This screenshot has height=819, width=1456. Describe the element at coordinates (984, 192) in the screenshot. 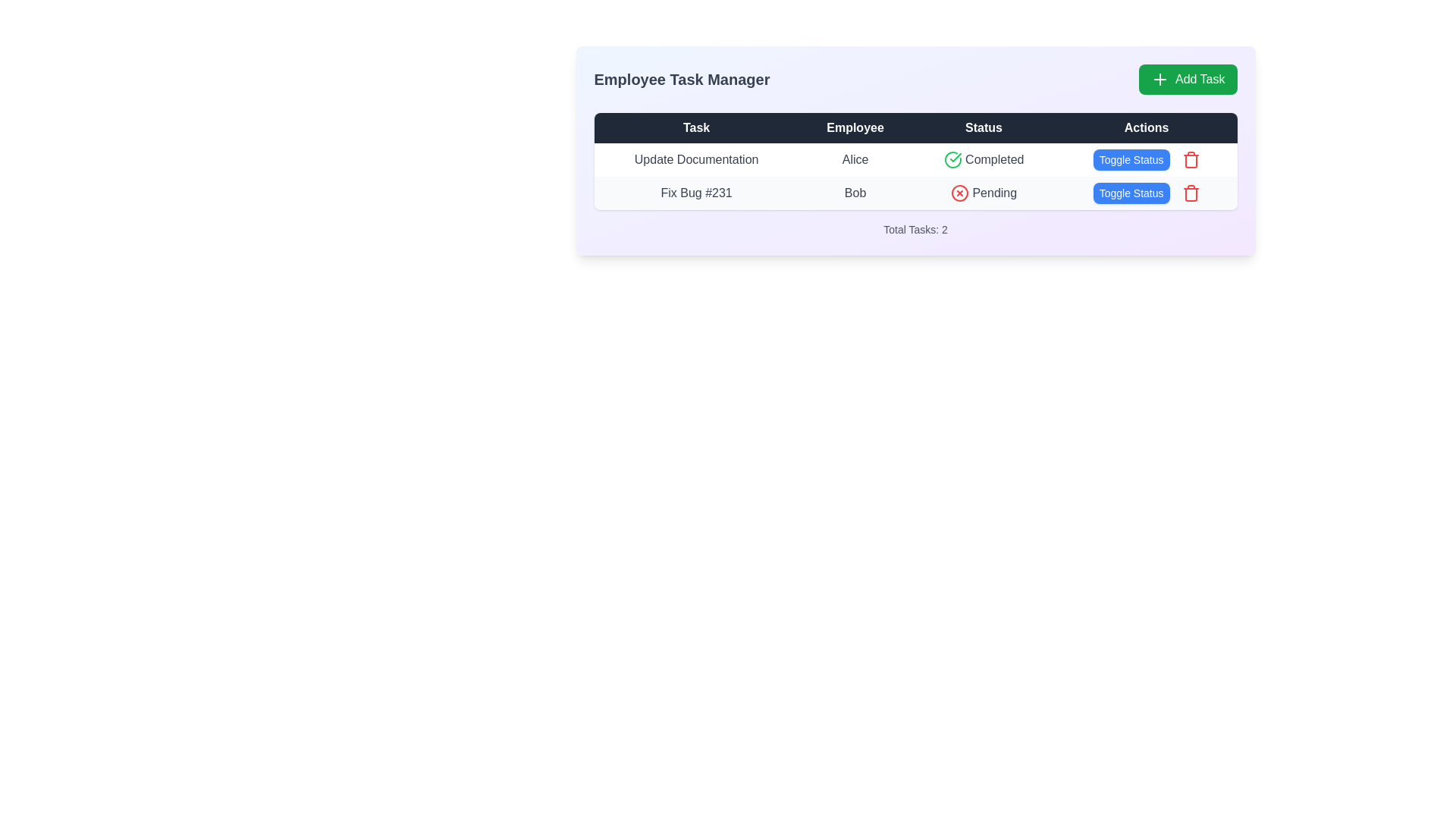

I see `the status indicator text for the task 'Fix Bug #231' in the second row of the table, showing it is currently in a 'Pending' state` at that location.